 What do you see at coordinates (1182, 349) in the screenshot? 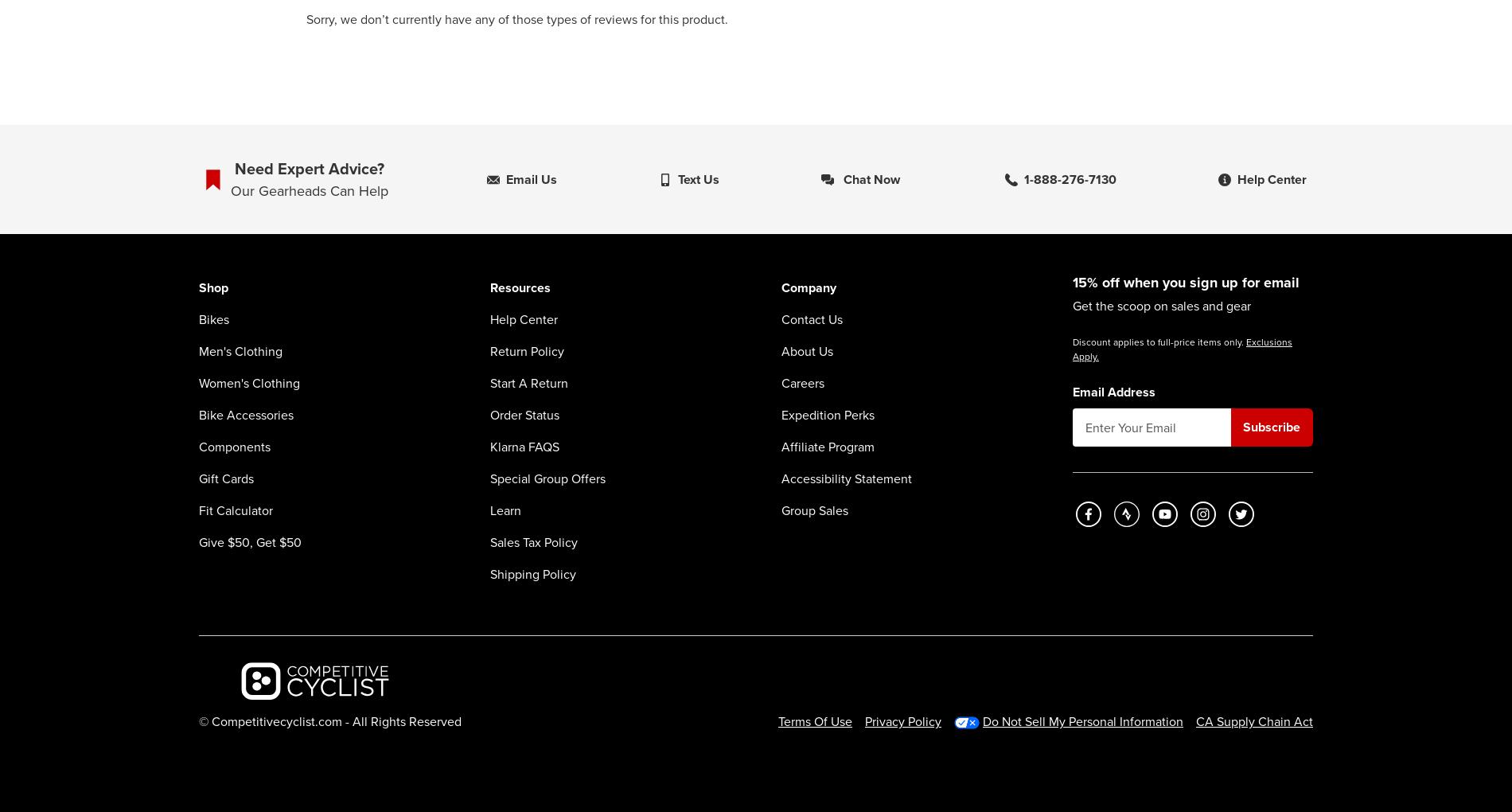
I see `'Exclusions Apply.'` at bounding box center [1182, 349].